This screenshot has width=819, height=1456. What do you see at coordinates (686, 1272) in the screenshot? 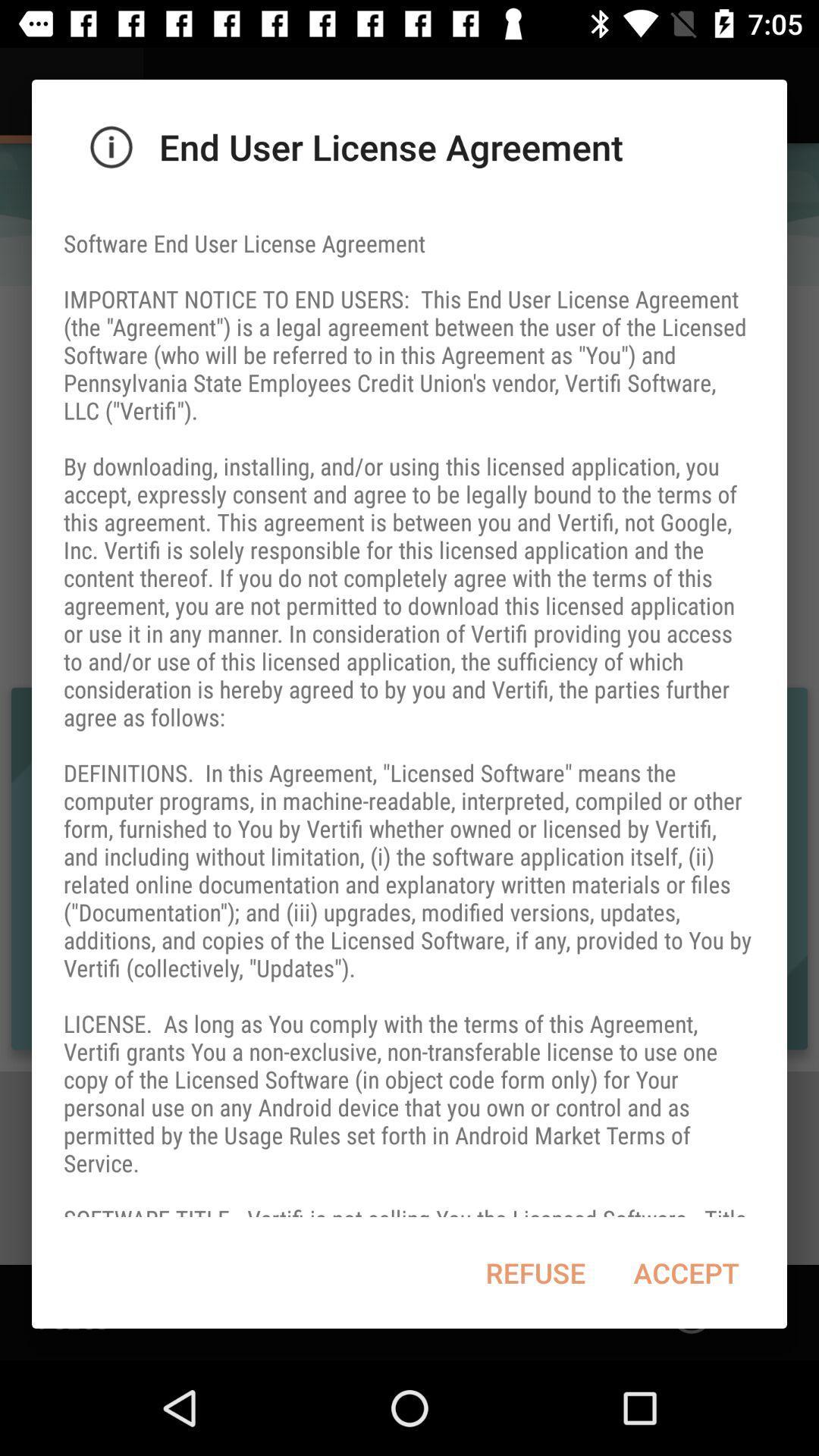
I see `the item below the software end user icon` at bounding box center [686, 1272].